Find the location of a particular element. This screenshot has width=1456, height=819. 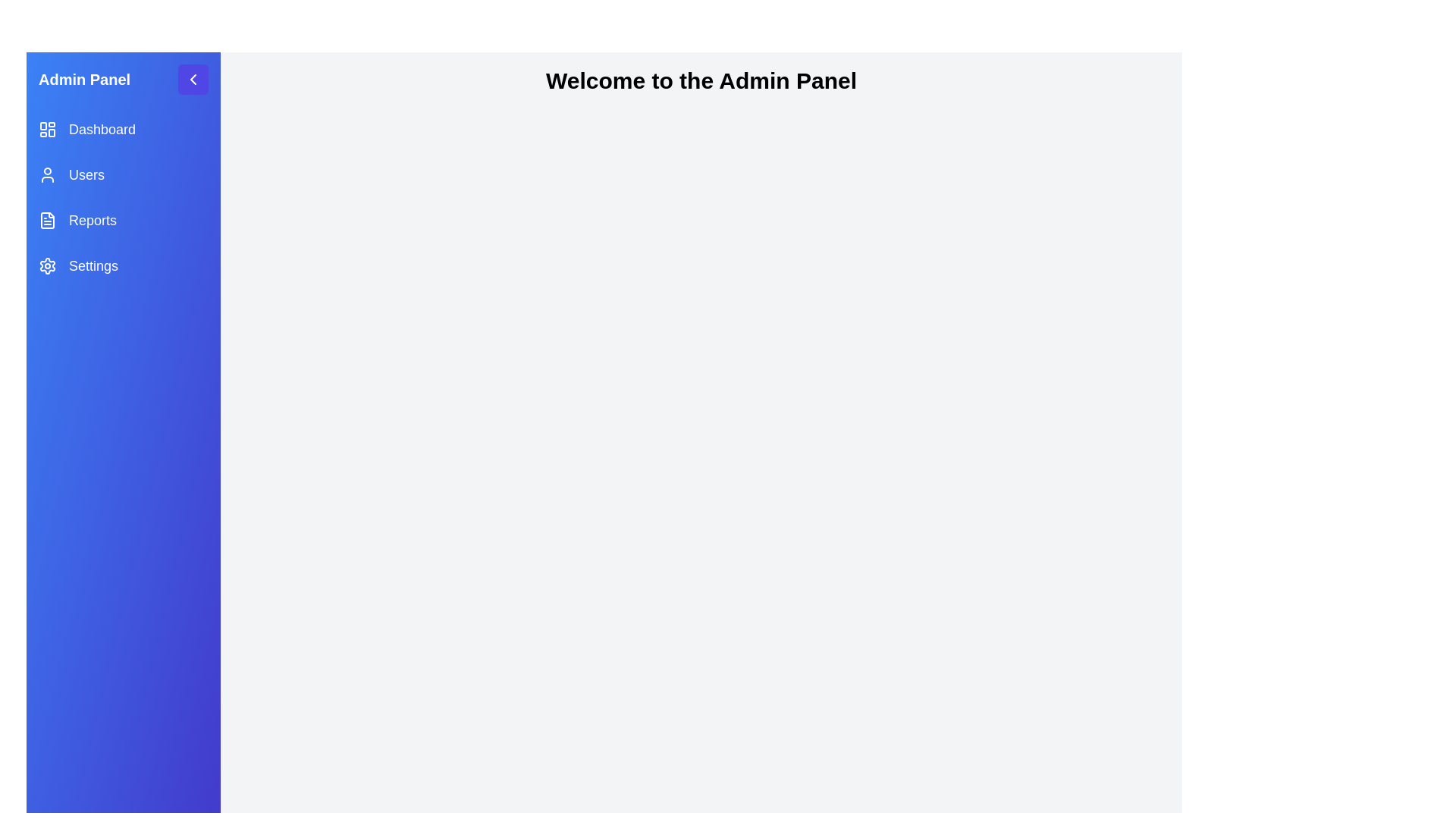

'Settings' label located in the vertical navigation menu on the left side of the interface, positioned below the 'Admin Panel' heading is located at coordinates (93, 265).